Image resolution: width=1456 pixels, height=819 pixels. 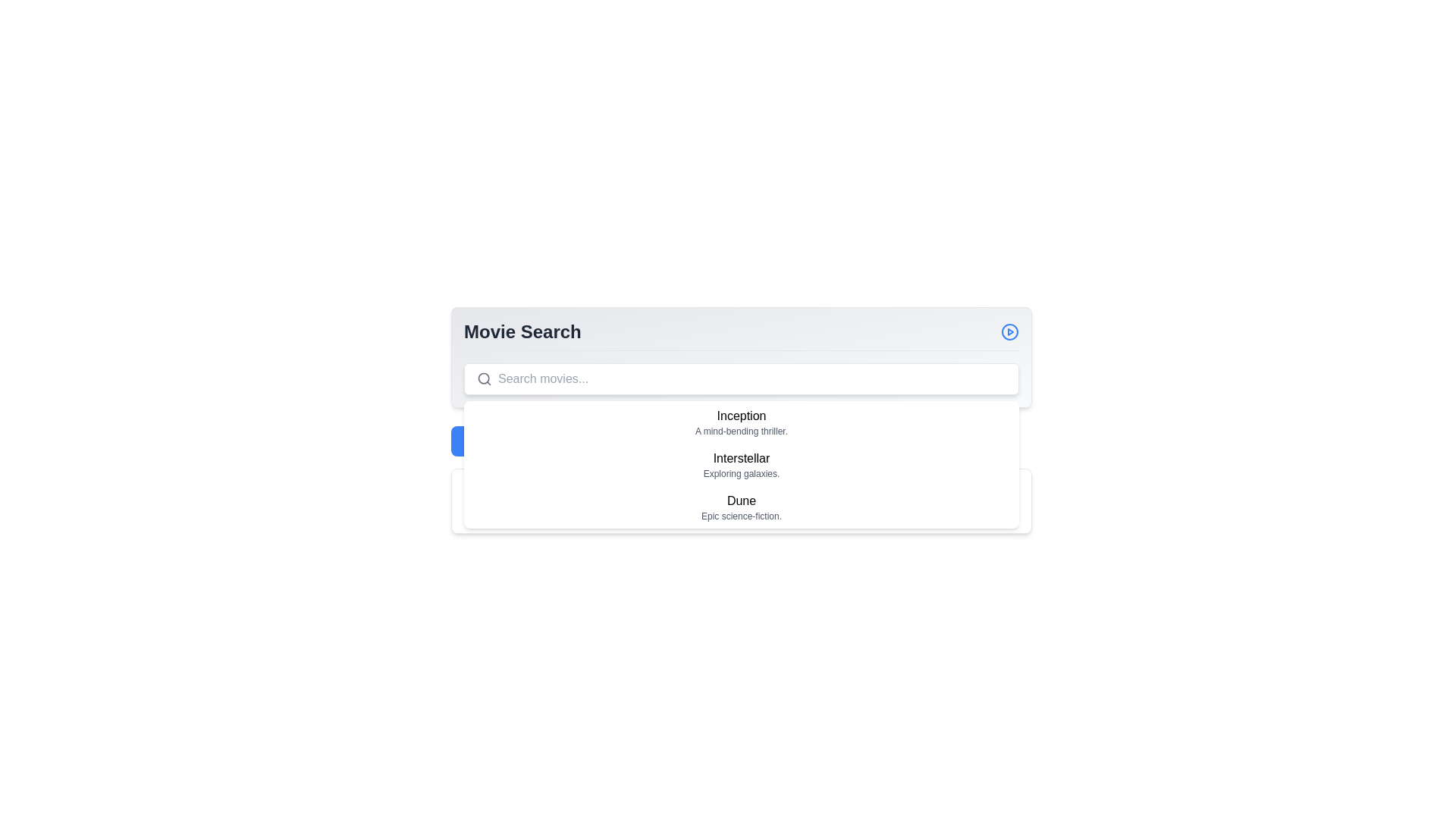 I want to click on the 'Interstellar' dropdown option, which is the second entry, so click(x=742, y=464).